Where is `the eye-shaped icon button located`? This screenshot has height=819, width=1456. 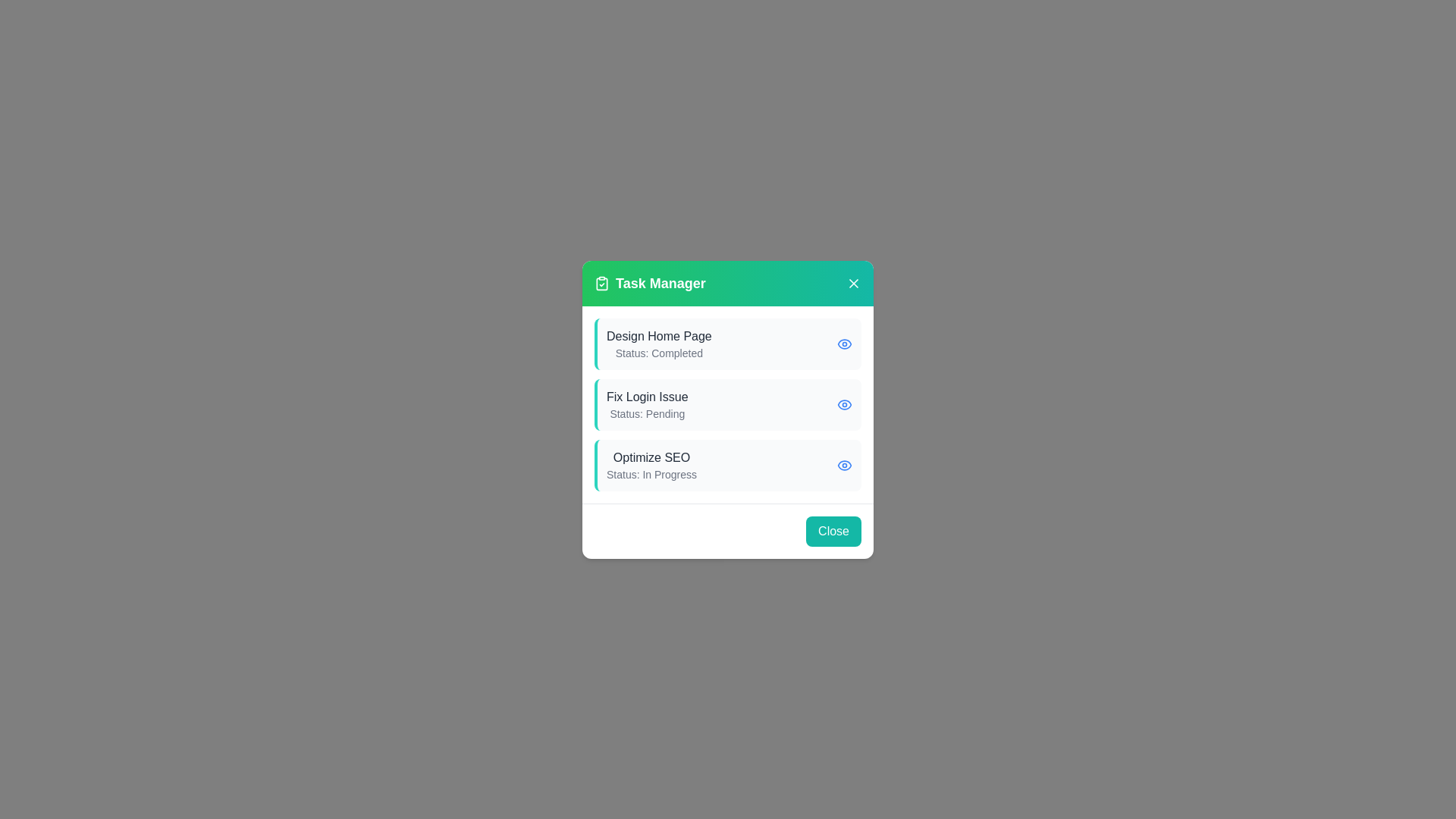 the eye-shaped icon button located is located at coordinates (843, 403).